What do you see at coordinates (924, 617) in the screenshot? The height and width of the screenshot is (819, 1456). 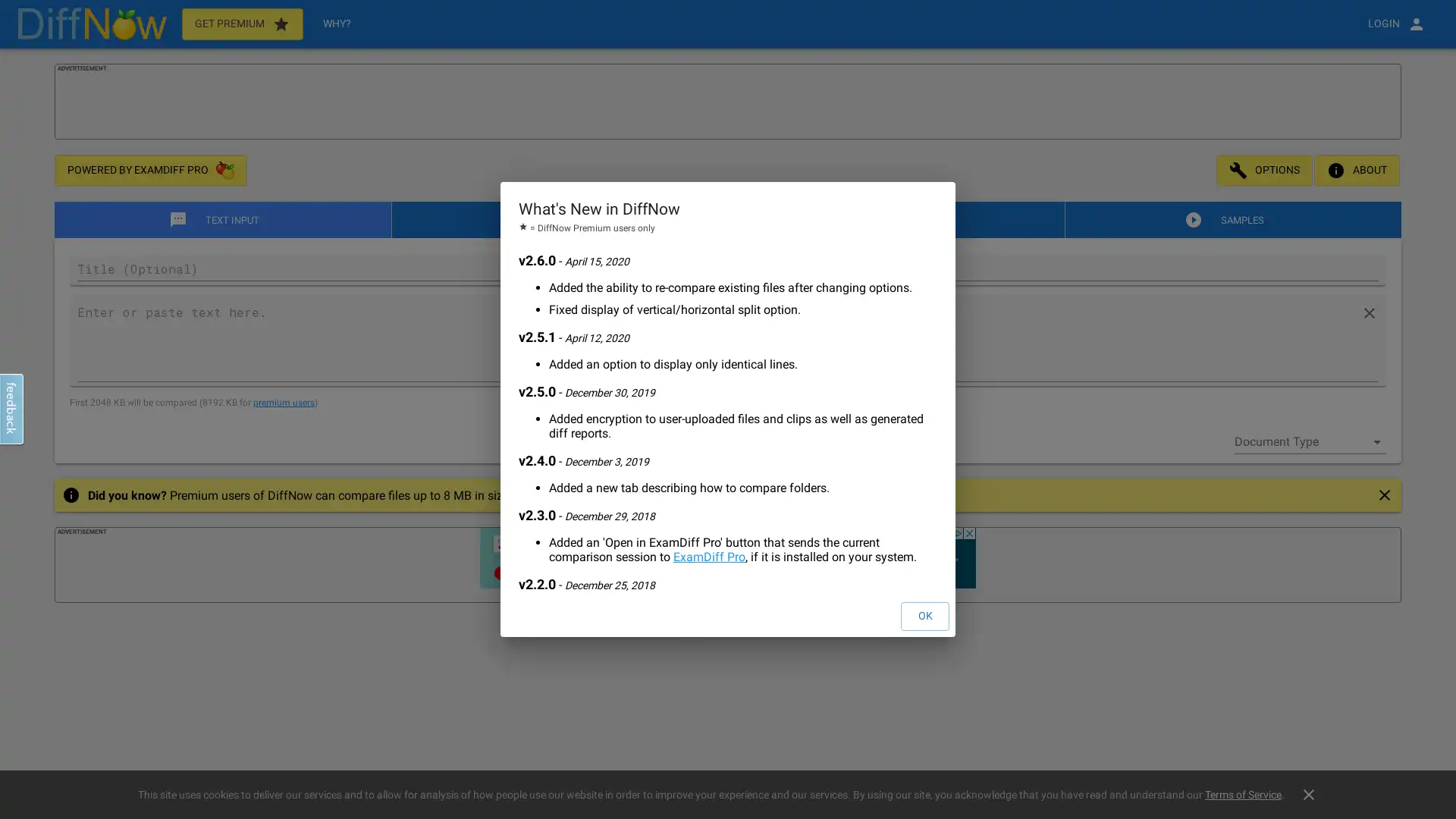 I see `OK` at bounding box center [924, 617].